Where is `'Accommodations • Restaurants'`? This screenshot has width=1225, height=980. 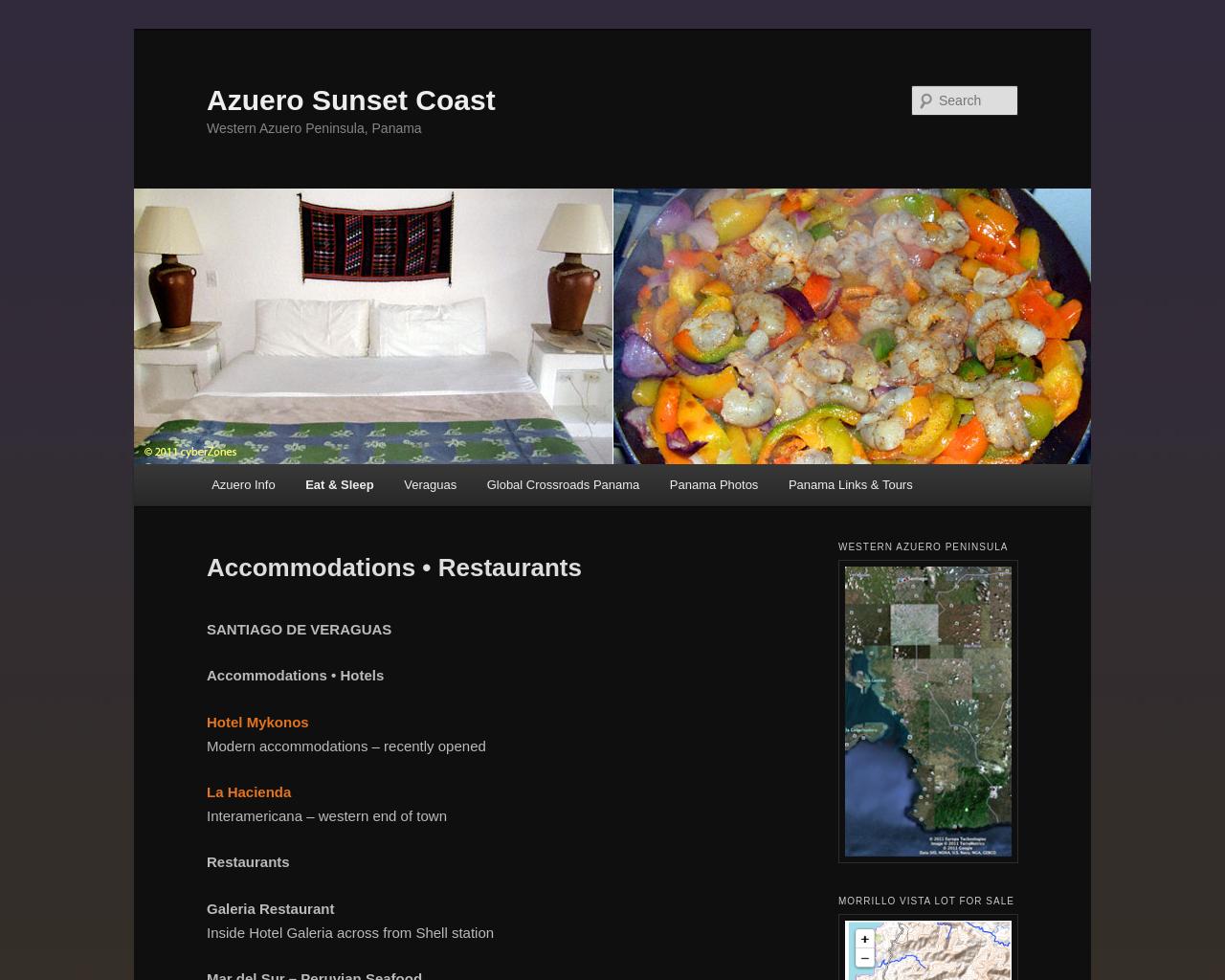 'Accommodations • Restaurants' is located at coordinates (392, 566).